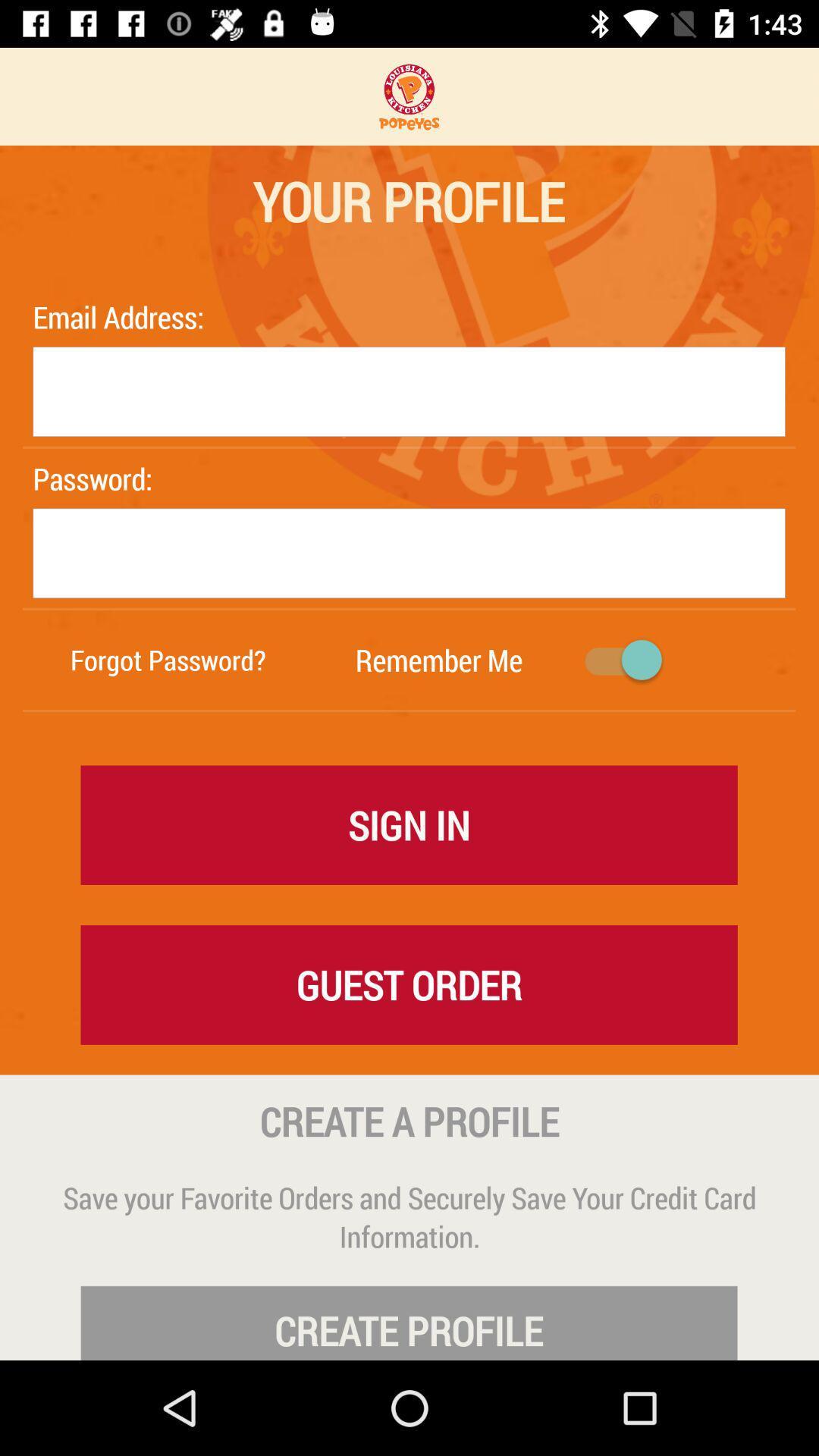 The height and width of the screenshot is (1456, 819). I want to click on the item above the create a profile icon, so click(408, 984).